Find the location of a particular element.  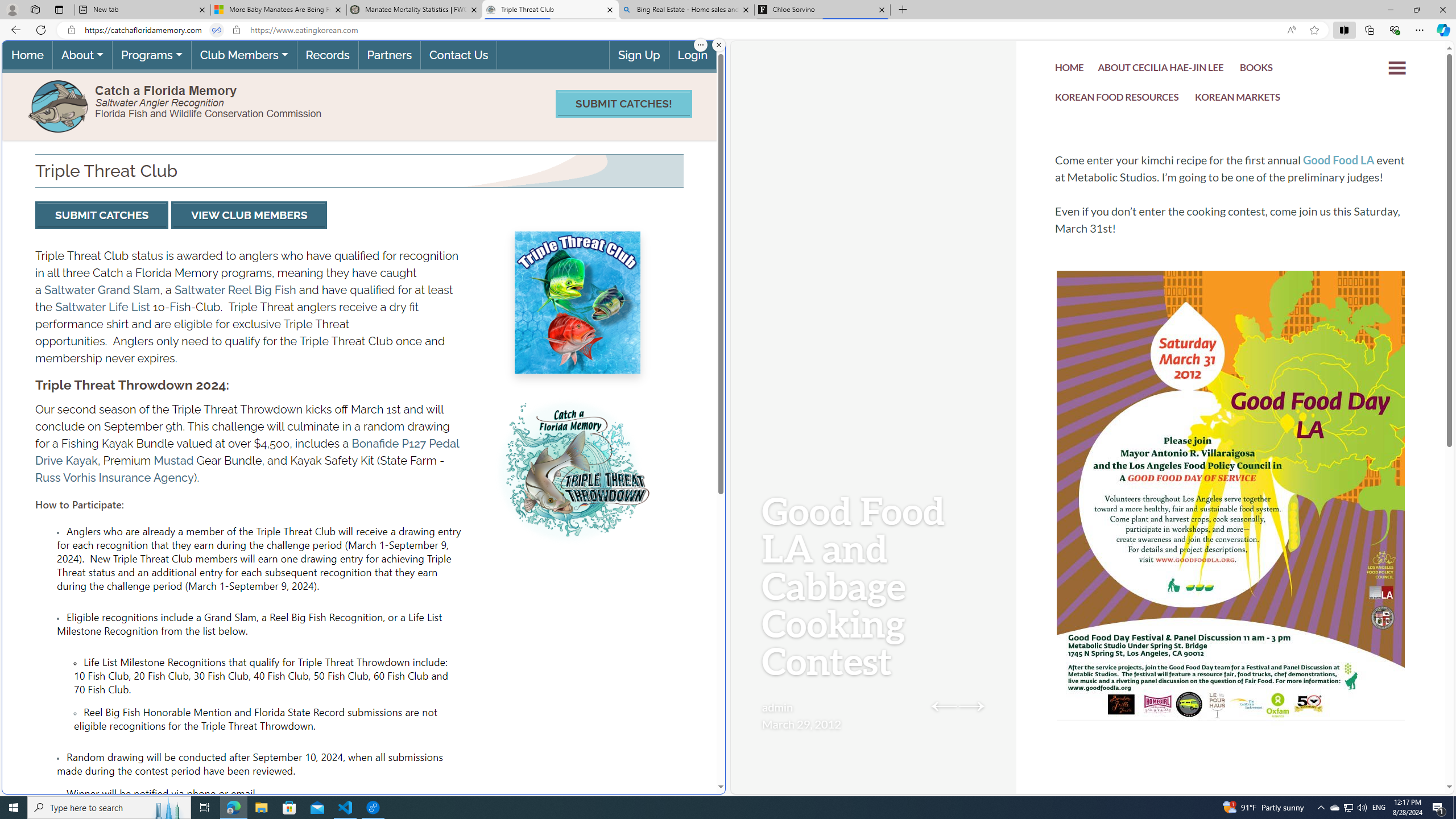

'admin' is located at coordinates (777, 706).